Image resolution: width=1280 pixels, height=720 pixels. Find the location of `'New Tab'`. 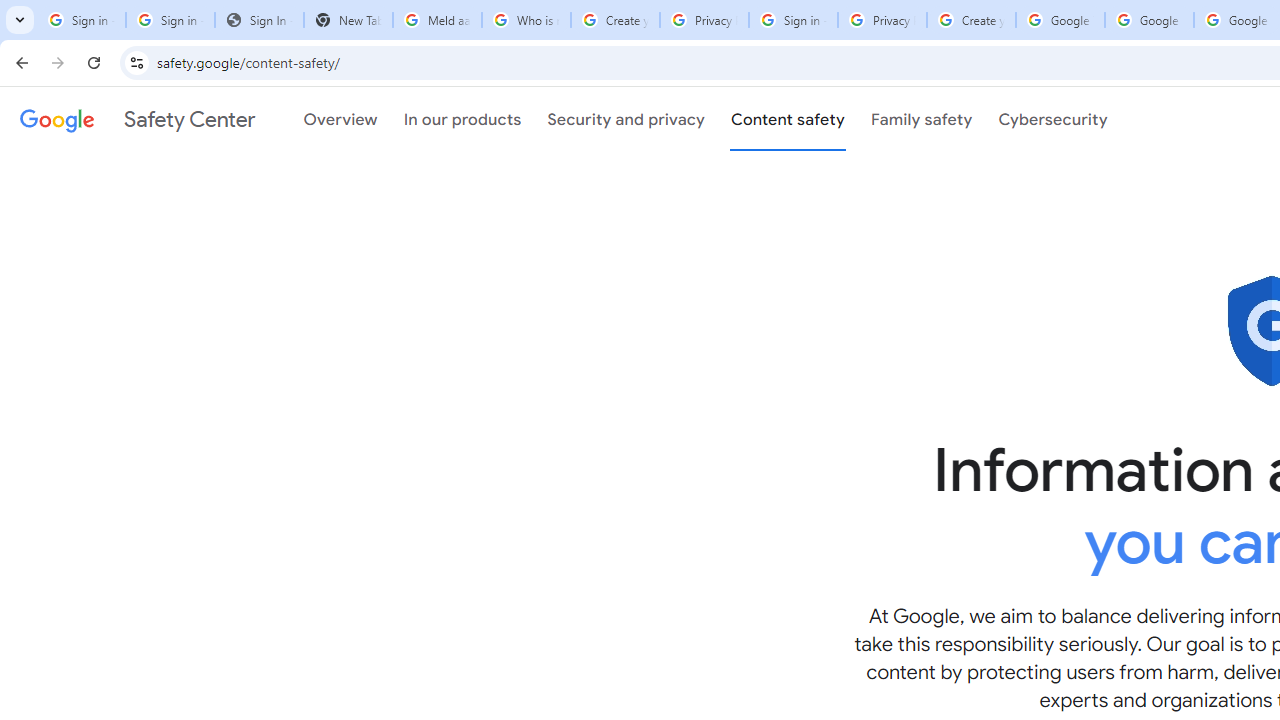

'New Tab' is located at coordinates (348, 20).